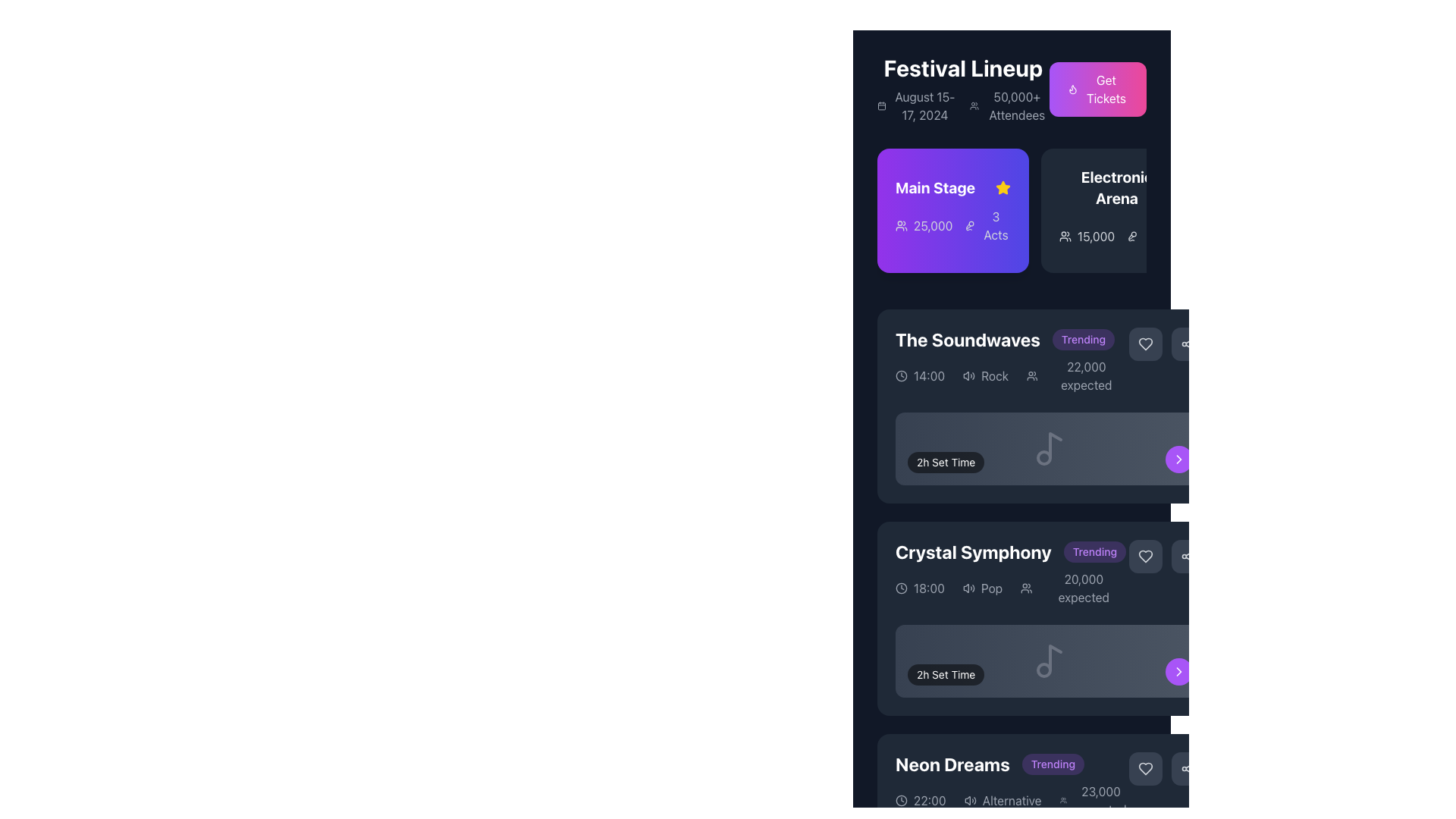 This screenshot has width=1456, height=819. What do you see at coordinates (902, 375) in the screenshot?
I see `the circular outline of the clock icon located within 'The Soundwaves' card to trigger associated actions` at bounding box center [902, 375].